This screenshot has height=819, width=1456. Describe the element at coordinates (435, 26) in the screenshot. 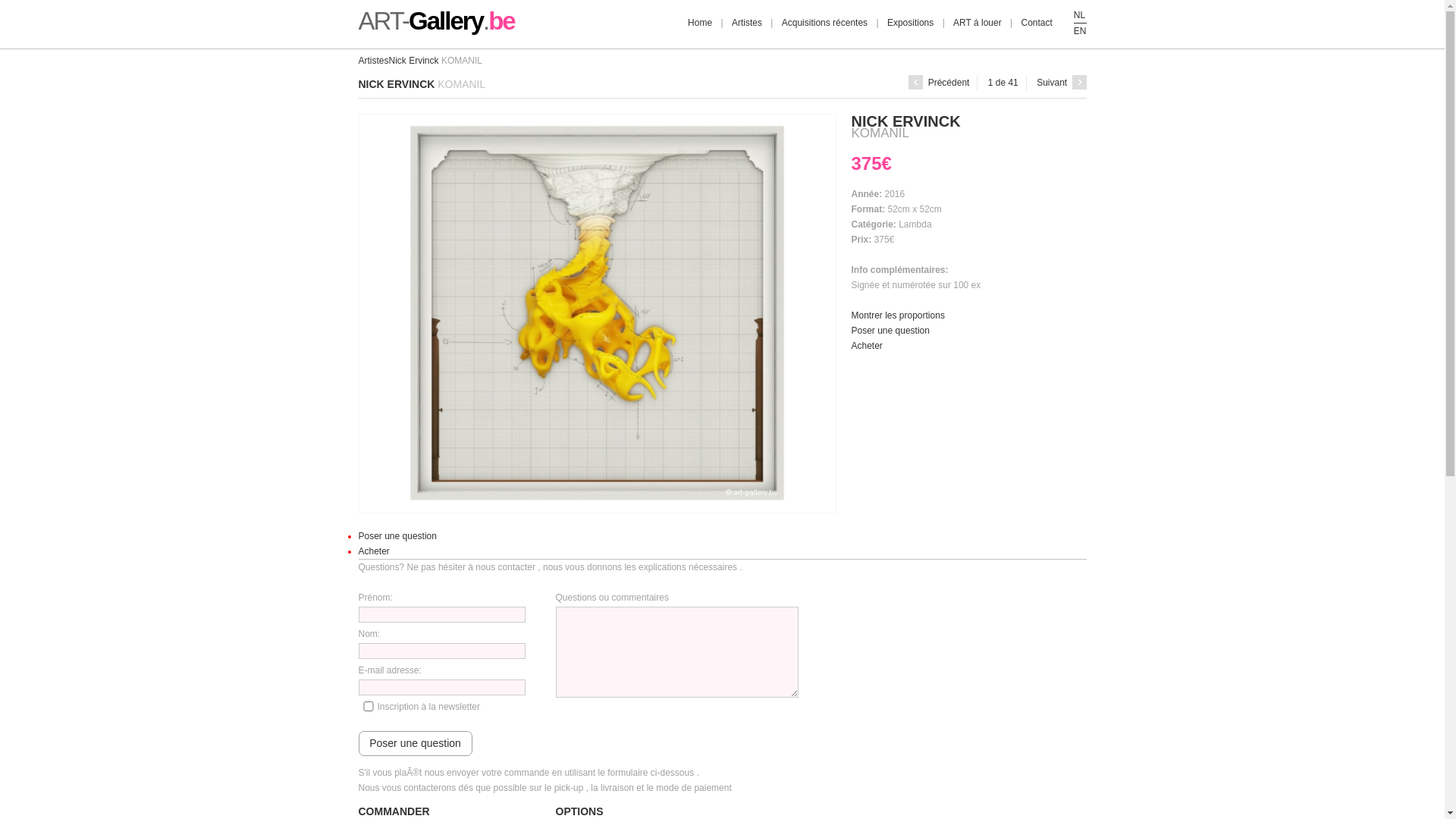

I see `'ART-Gallery.be'` at that location.